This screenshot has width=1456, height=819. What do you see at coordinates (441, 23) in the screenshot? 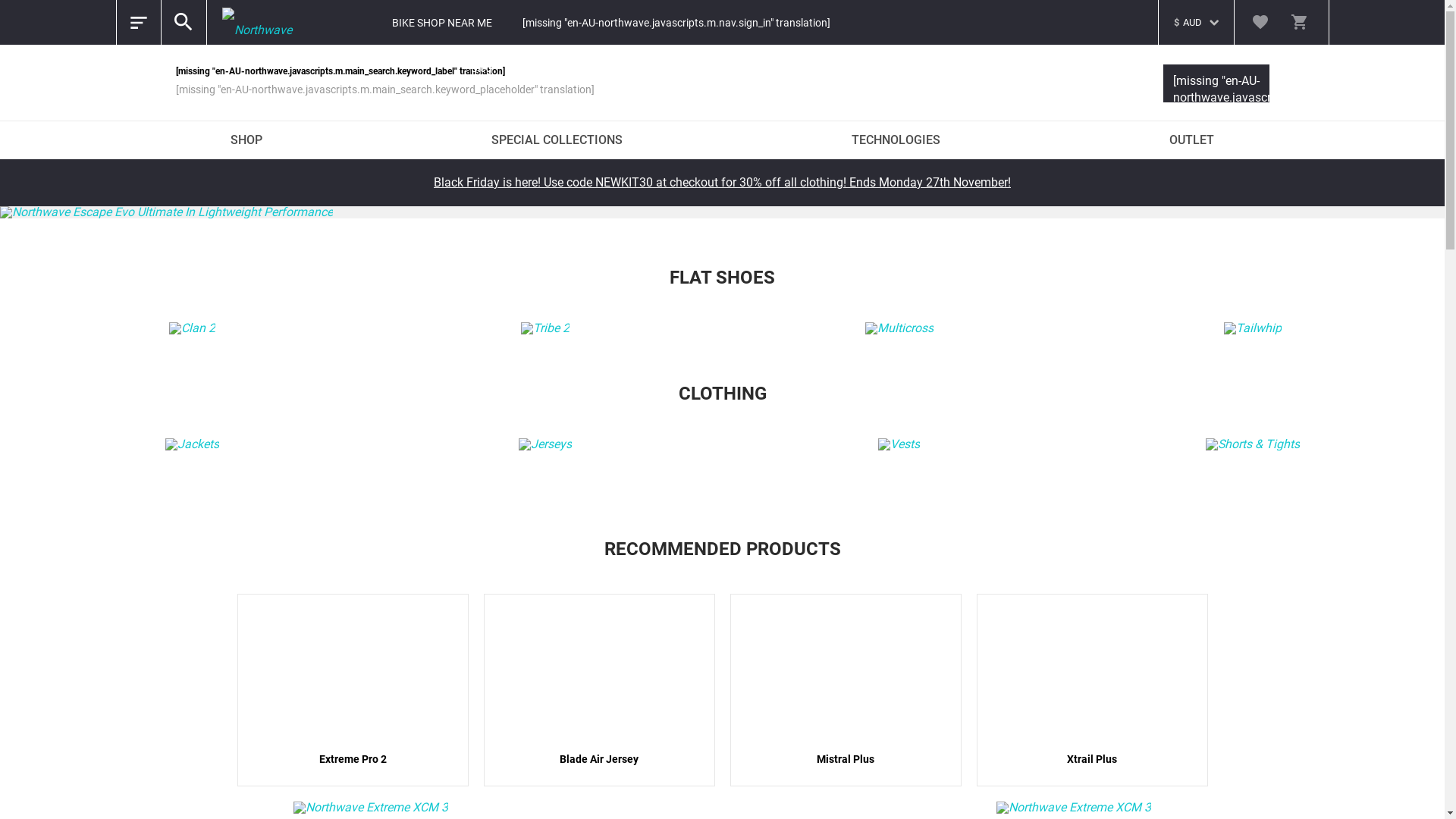
I see `'BIKE SHOP NEAR ME'` at bounding box center [441, 23].